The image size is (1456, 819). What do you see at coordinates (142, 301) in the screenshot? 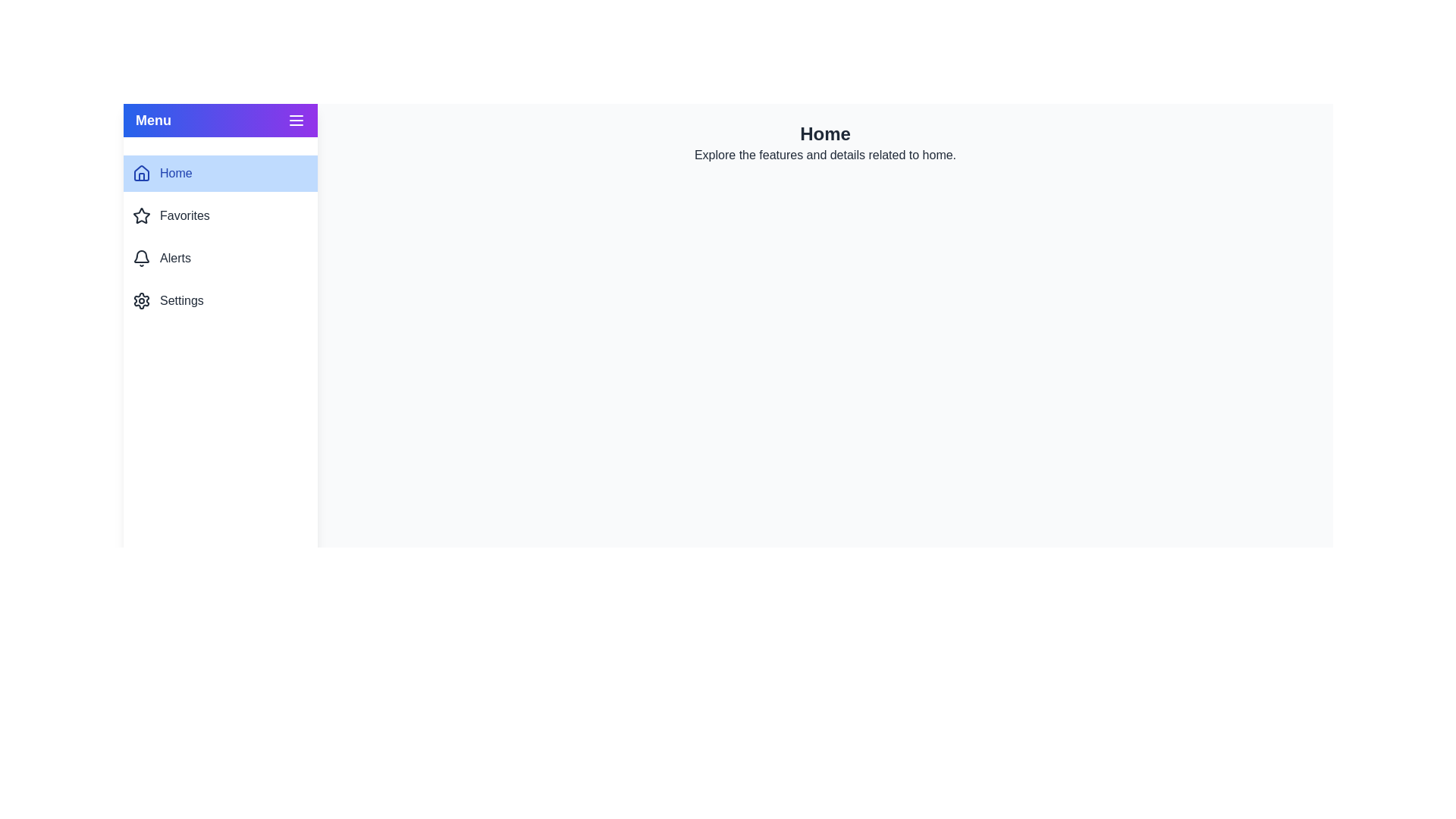
I see `the settings icon located in the sidebar menu` at bounding box center [142, 301].